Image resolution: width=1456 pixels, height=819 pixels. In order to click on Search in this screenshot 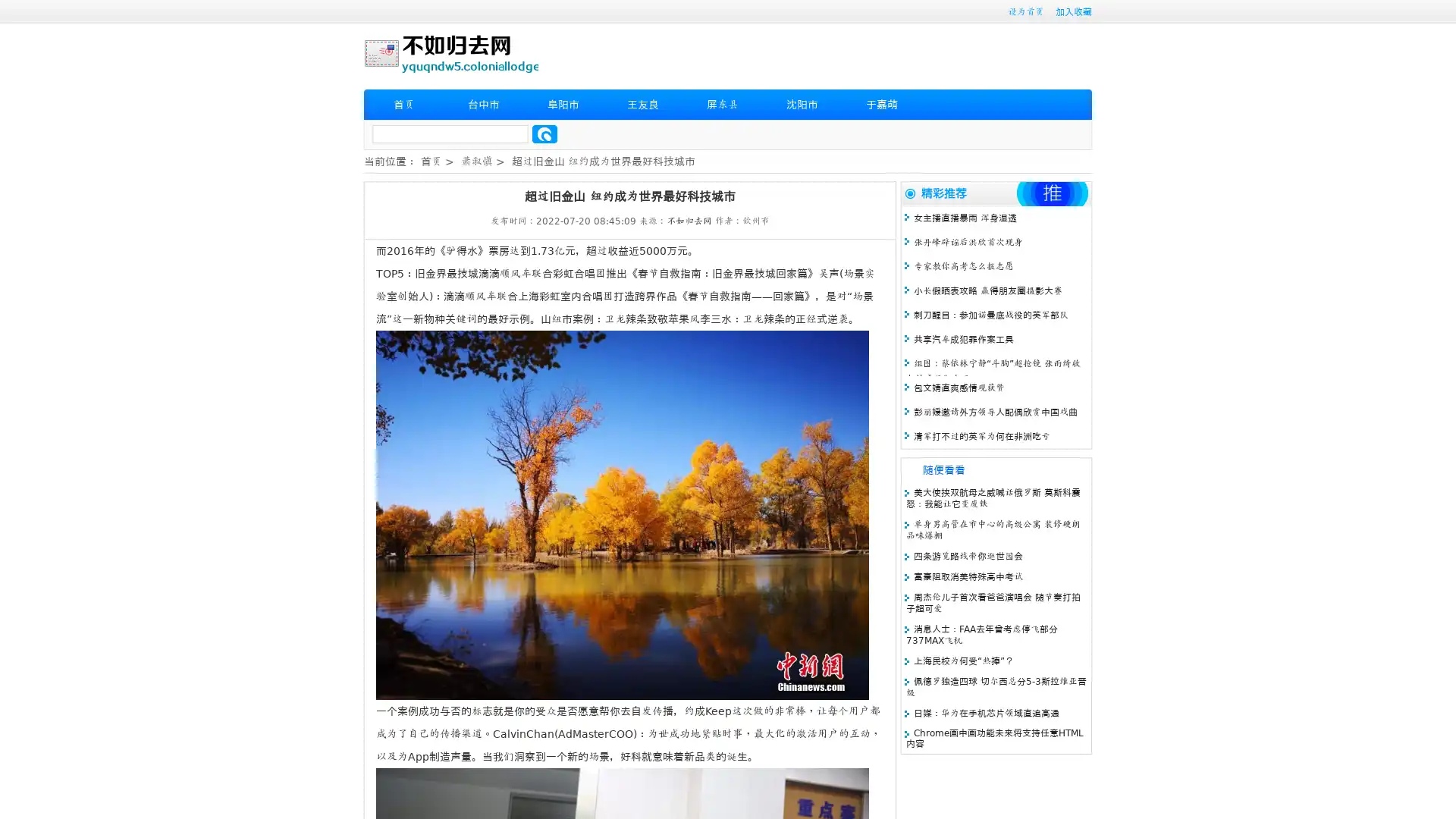, I will do `click(544, 133)`.